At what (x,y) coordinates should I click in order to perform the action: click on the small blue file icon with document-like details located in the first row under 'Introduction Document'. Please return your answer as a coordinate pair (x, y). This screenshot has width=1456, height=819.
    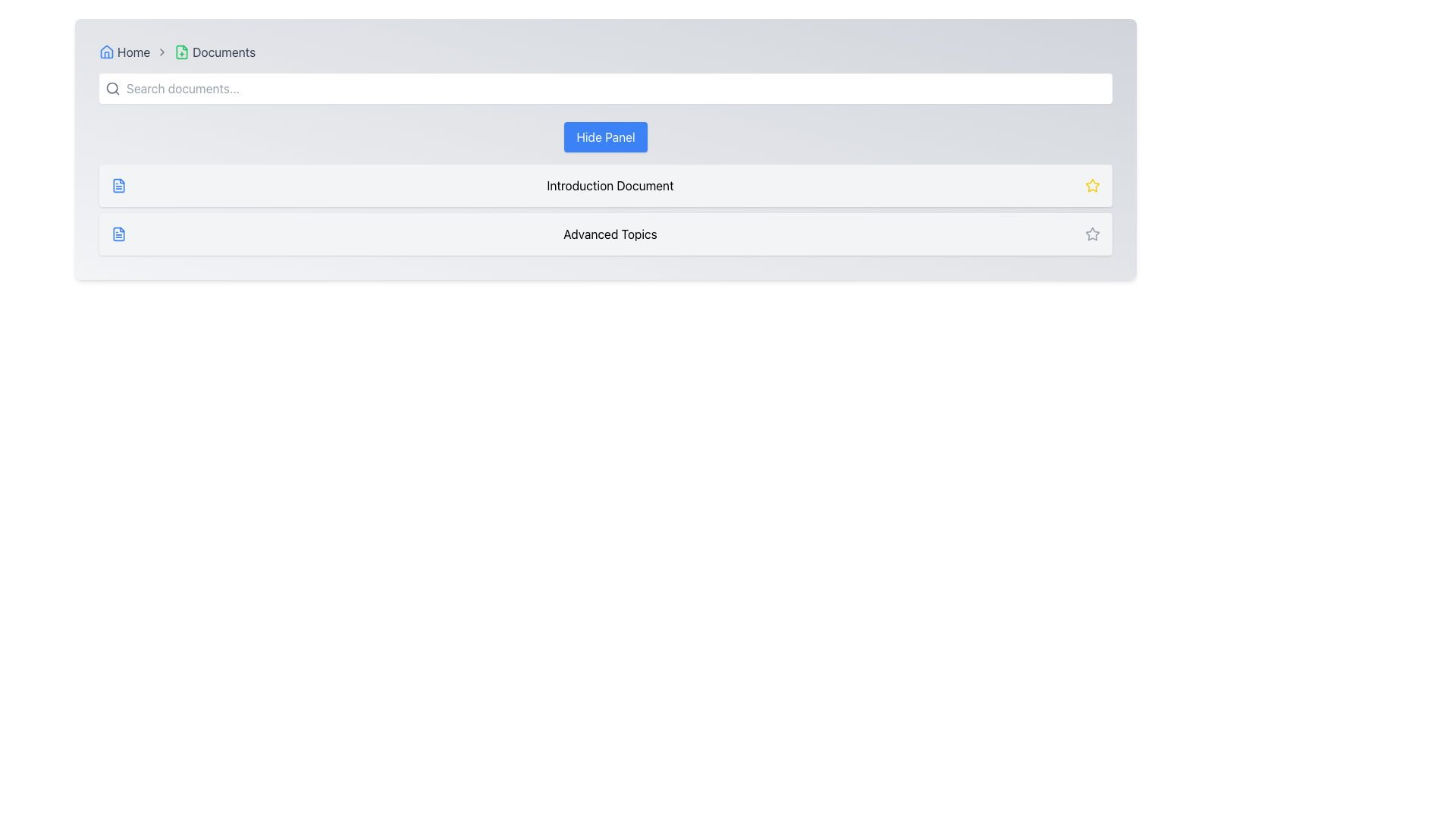
    Looking at the image, I should click on (118, 185).